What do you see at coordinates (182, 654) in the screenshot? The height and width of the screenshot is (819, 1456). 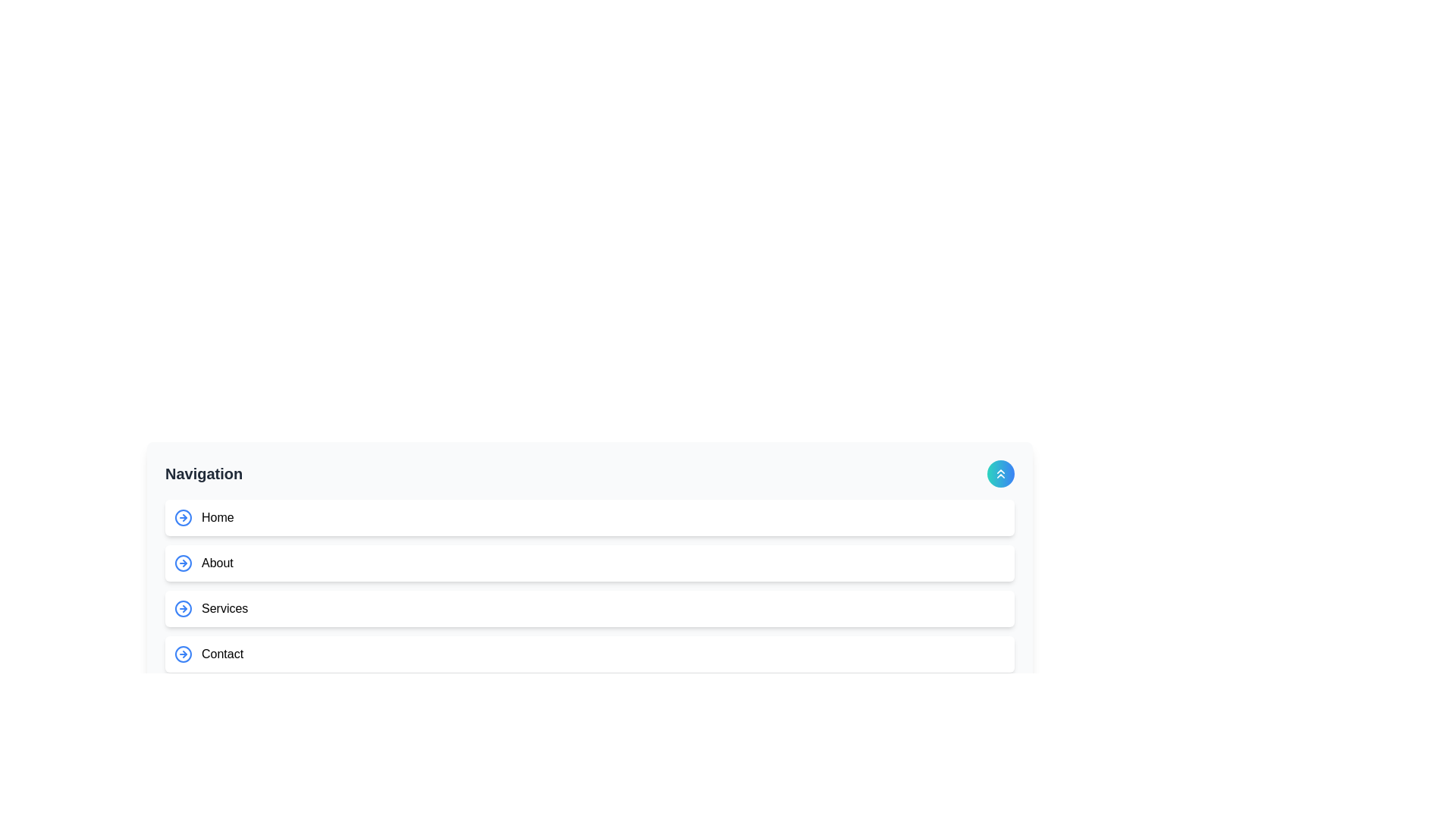 I see `the SVG circle element that serves as the visual identifier for the 'Contact' navigation option, positioned within the navigation list as the fourth item` at bounding box center [182, 654].